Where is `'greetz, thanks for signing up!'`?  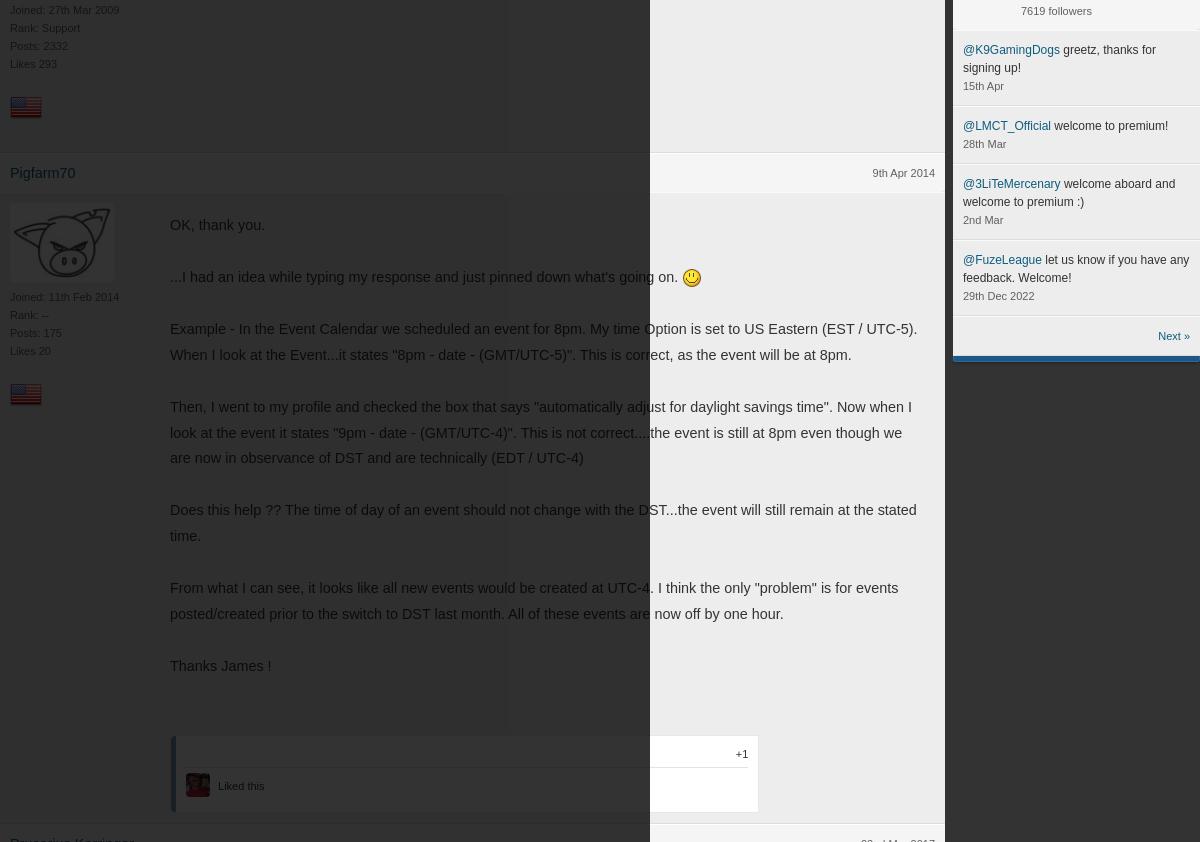 'greetz, thanks for signing up!' is located at coordinates (963, 58).